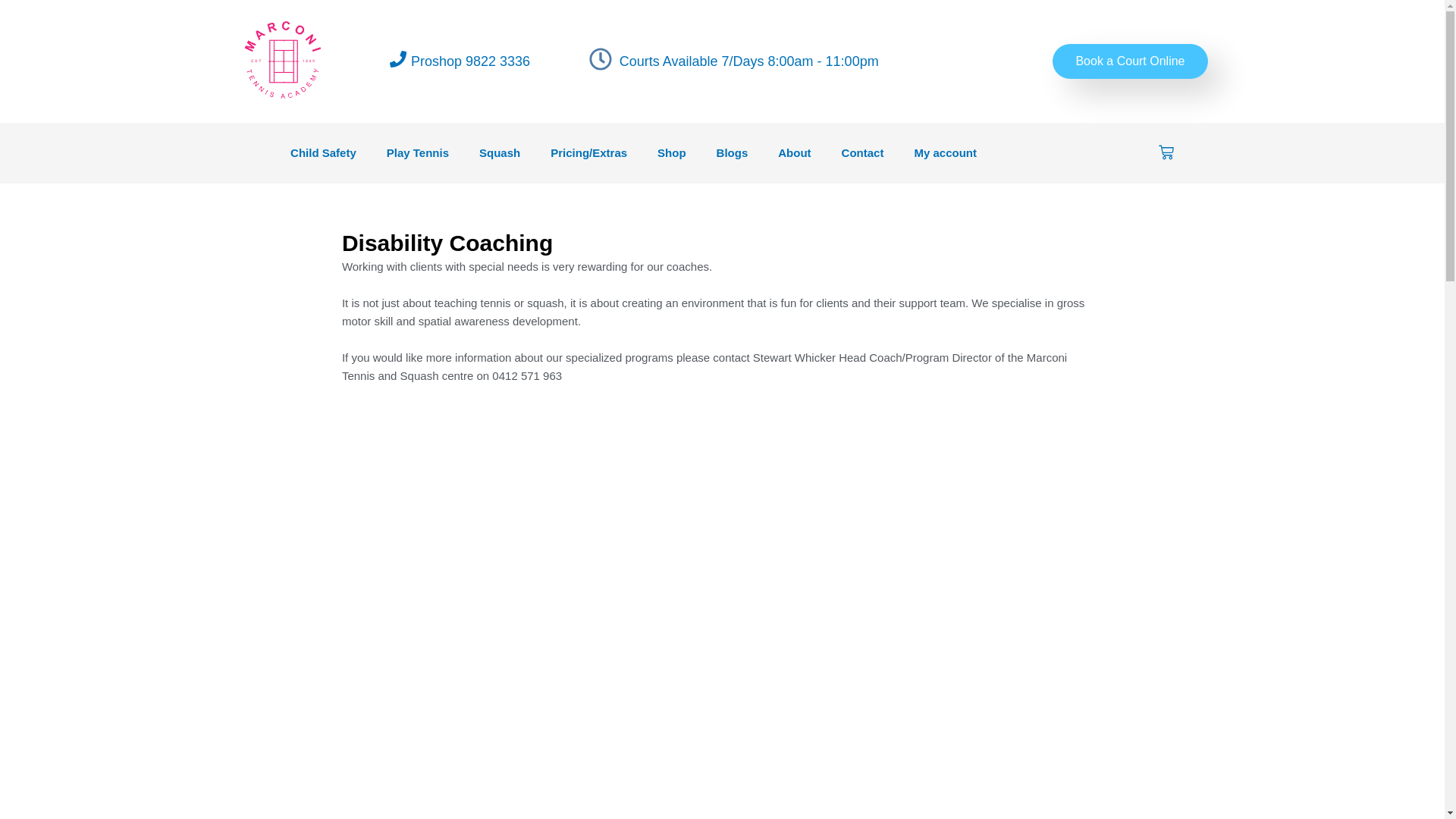 Image resolution: width=1456 pixels, height=819 pixels. I want to click on 'Book a Court Online', so click(1129, 61).